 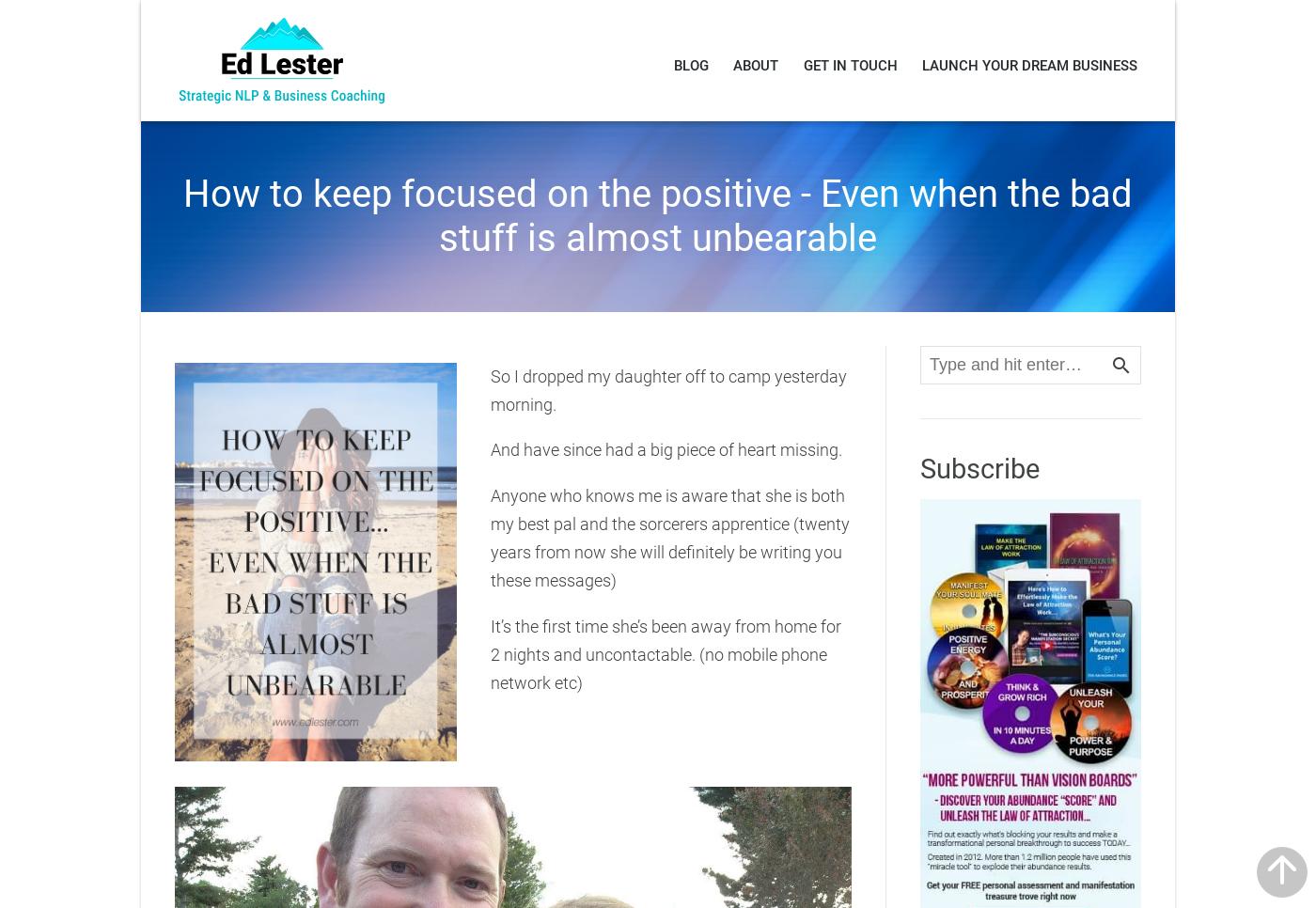 What do you see at coordinates (1029, 64) in the screenshot?
I see `'LAUNCH YOUR DREAM BUSINESS'` at bounding box center [1029, 64].